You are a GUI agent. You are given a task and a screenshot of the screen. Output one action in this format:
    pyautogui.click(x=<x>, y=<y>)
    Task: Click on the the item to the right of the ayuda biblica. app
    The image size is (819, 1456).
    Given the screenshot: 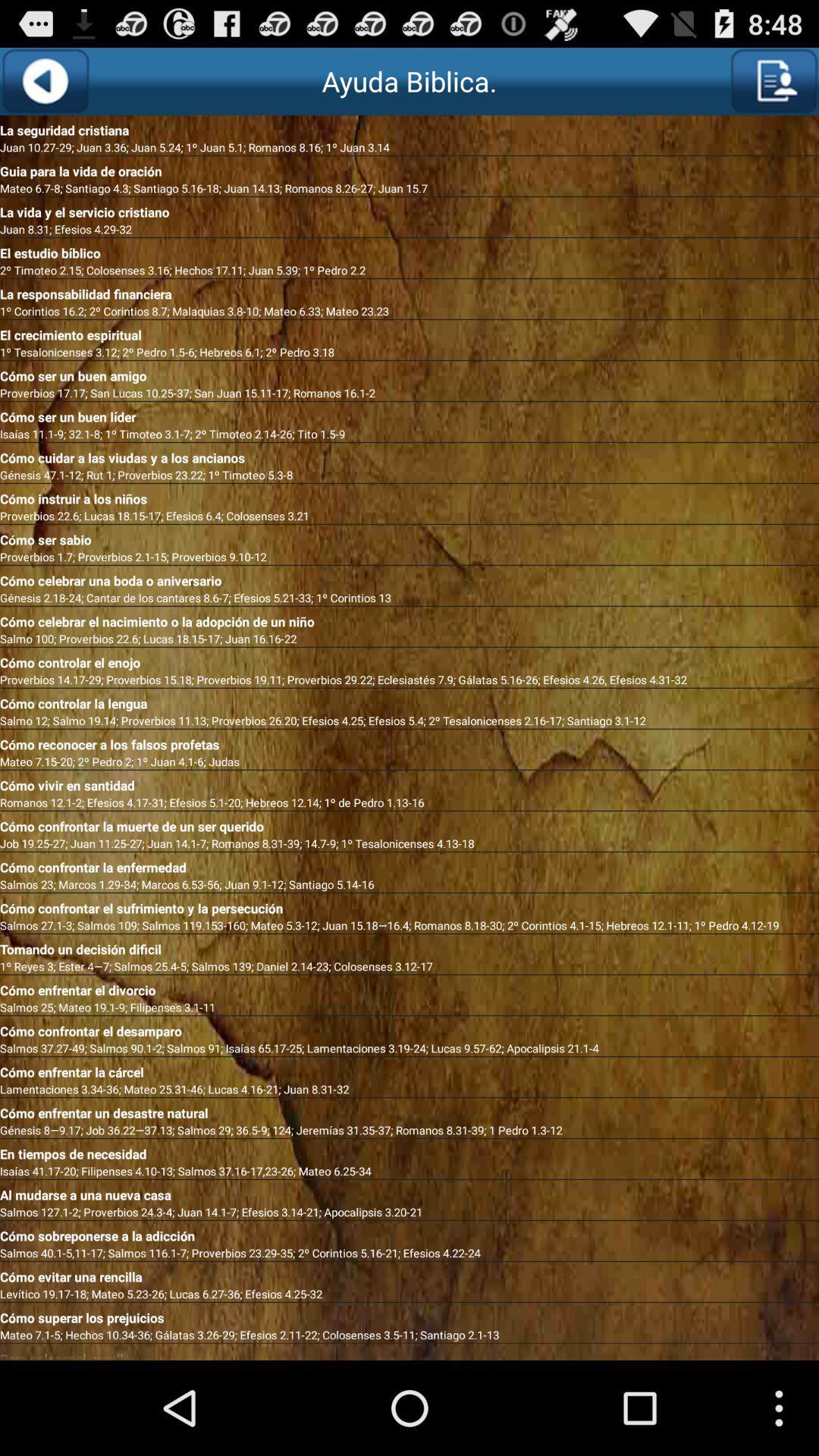 What is the action you would take?
    pyautogui.click(x=773, y=80)
    